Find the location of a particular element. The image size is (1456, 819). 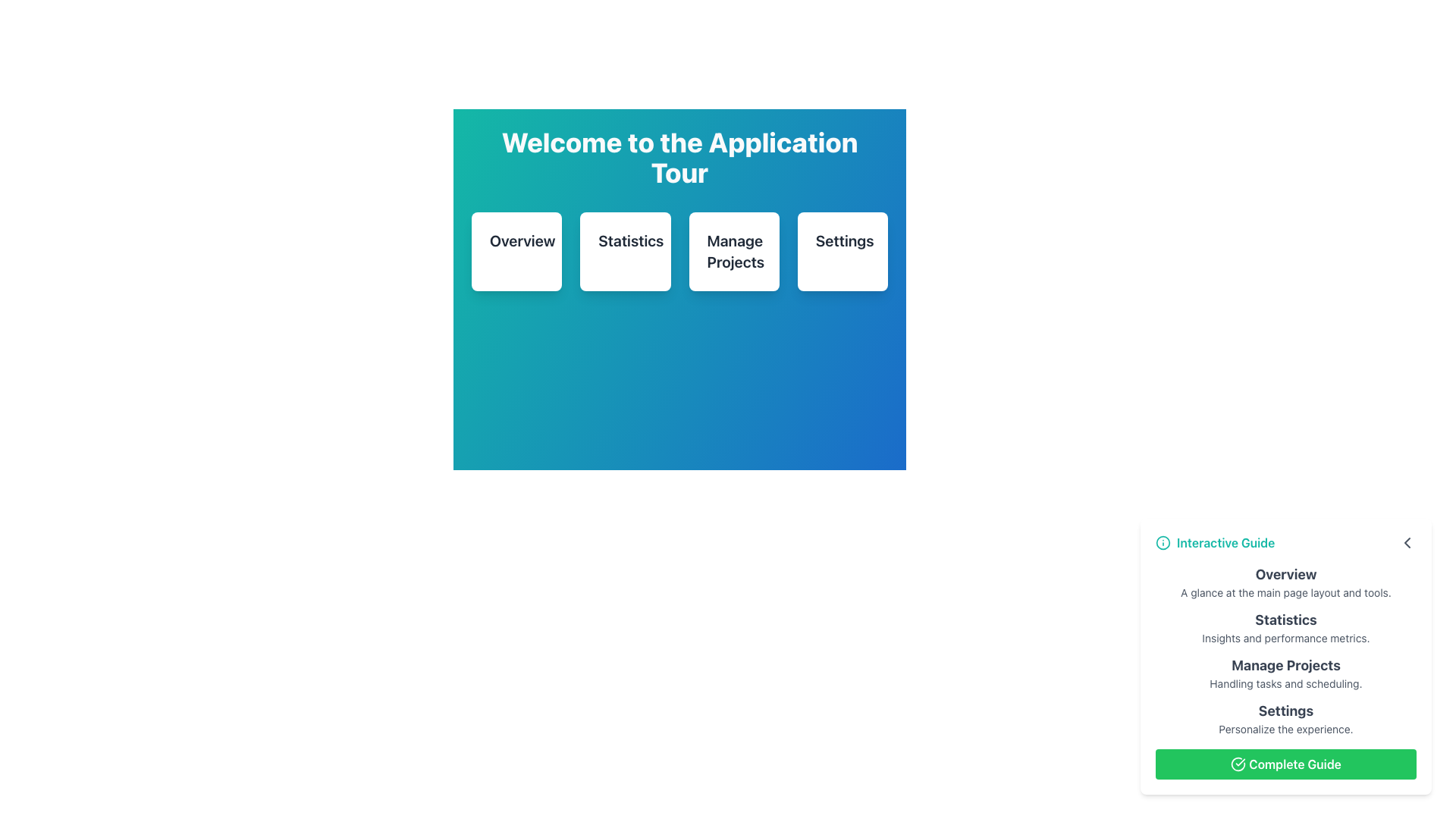

the center of the SVG circle that is part of the 'info' icon located in the sidebar under the 'Interactive Guide' heading is located at coordinates (1163, 542).